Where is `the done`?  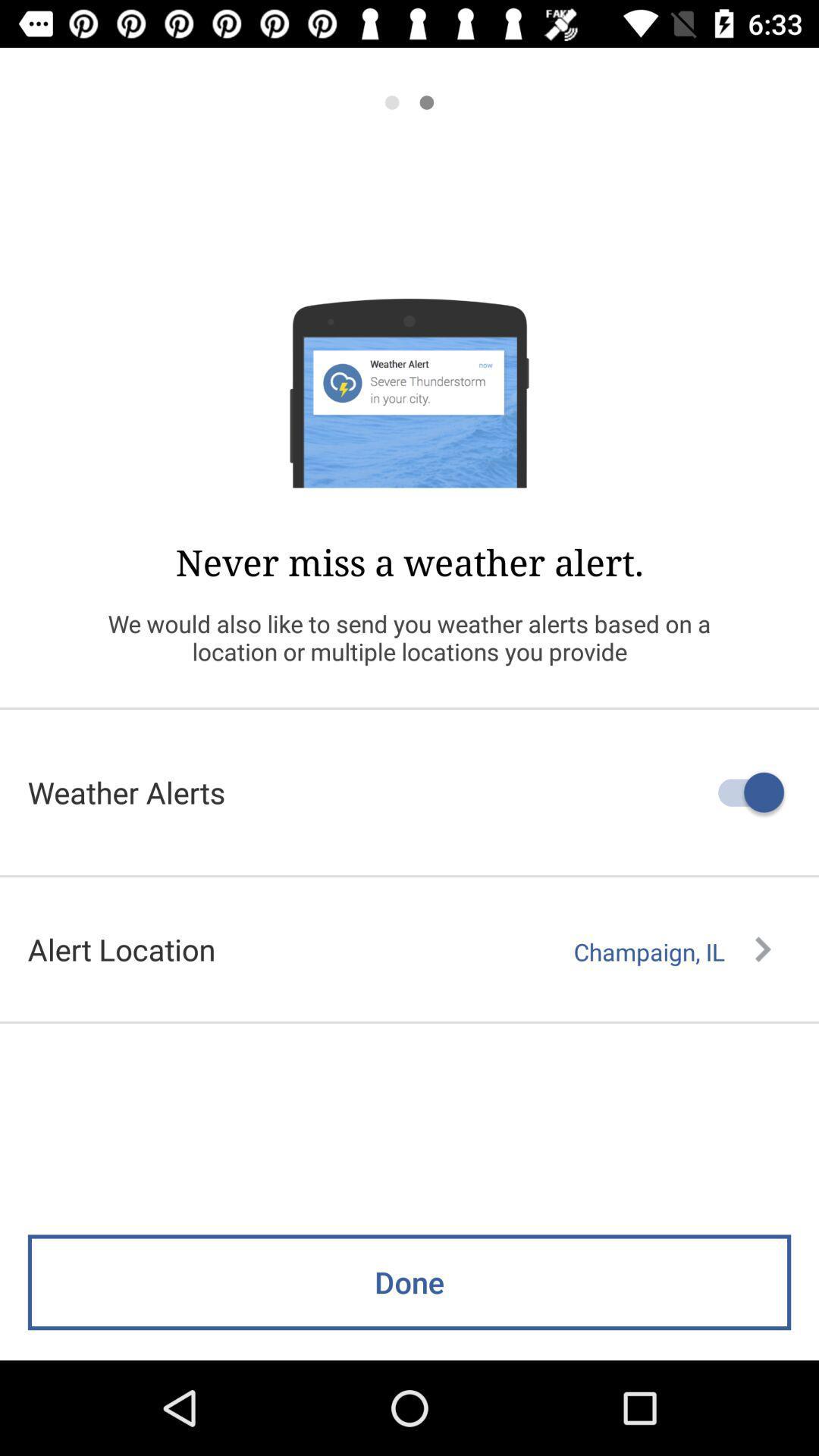
the done is located at coordinates (409, 1282).